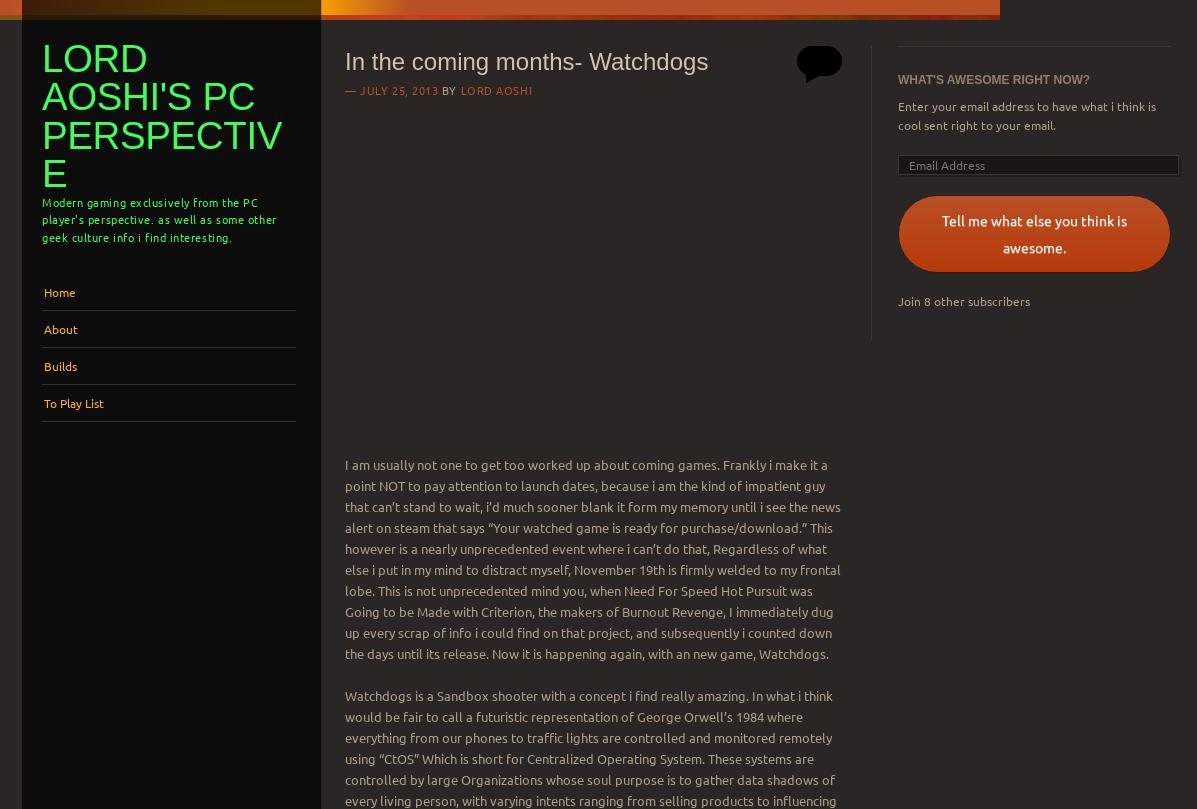 Image resolution: width=1197 pixels, height=809 pixels. Describe the element at coordinates (61, 327) in the screenshot. I see `'About'` at that location.